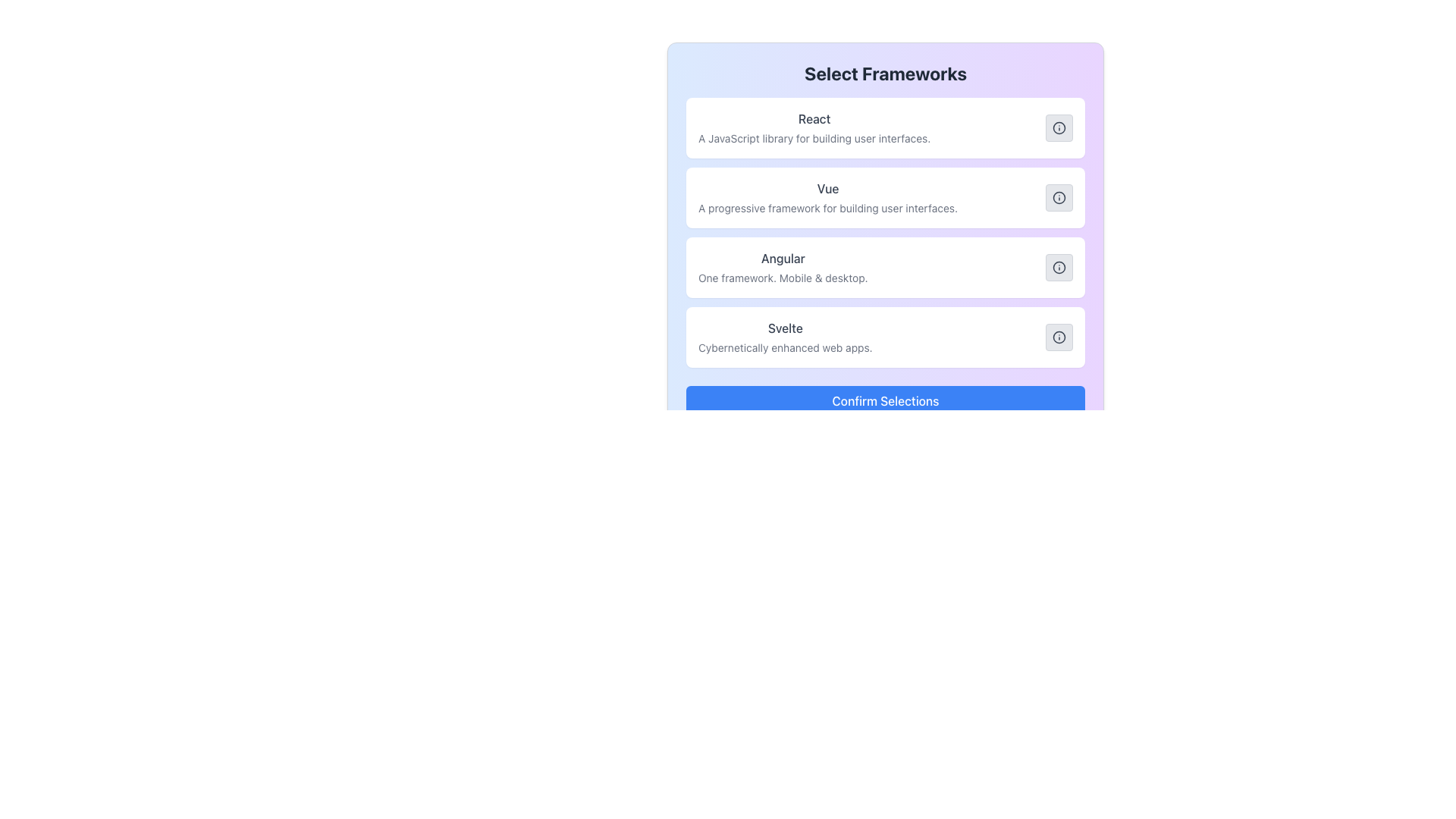  What do you see at coordinates (1058, 197) in the screenshot?
I see `the SVG-based information icon located next to the 'Vue' selection option` at bounding box center [1058, 197].